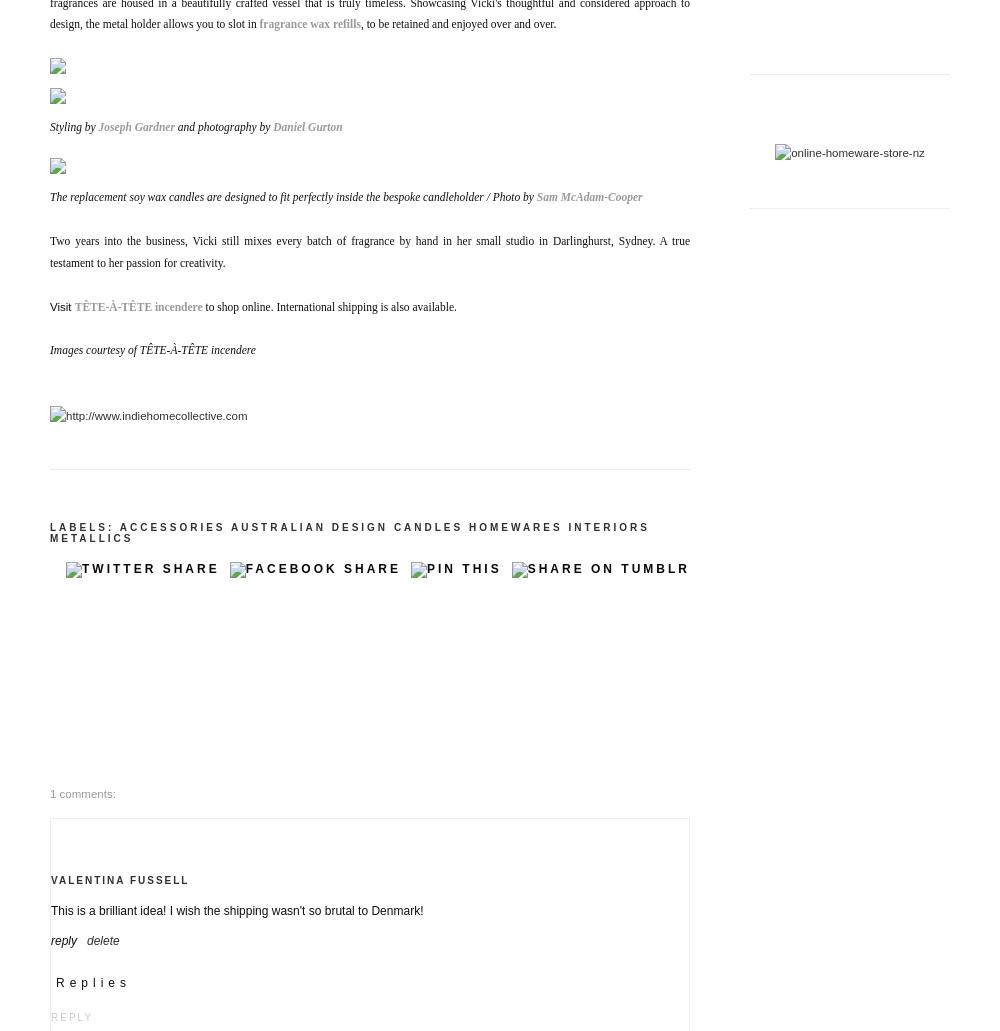  What do you see at coordinates (607, 525) in the screenshot?
I see `'Interiors'` at bounding box center [607, 525].